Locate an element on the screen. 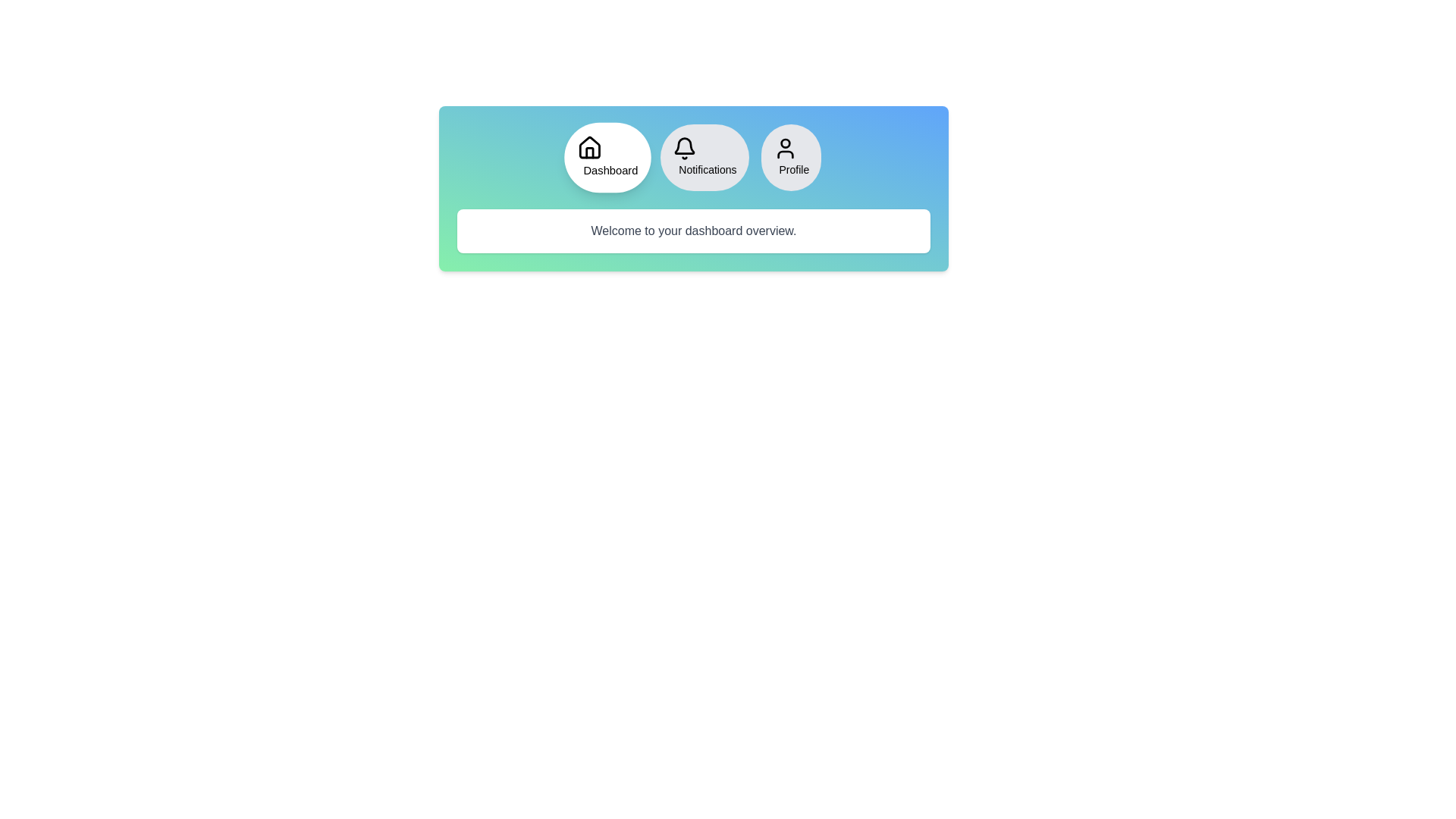 Image resolution: width=1456 pixels, height=819 pixels. the Profile tab to switch to its content is located at coordinates (789, 158).